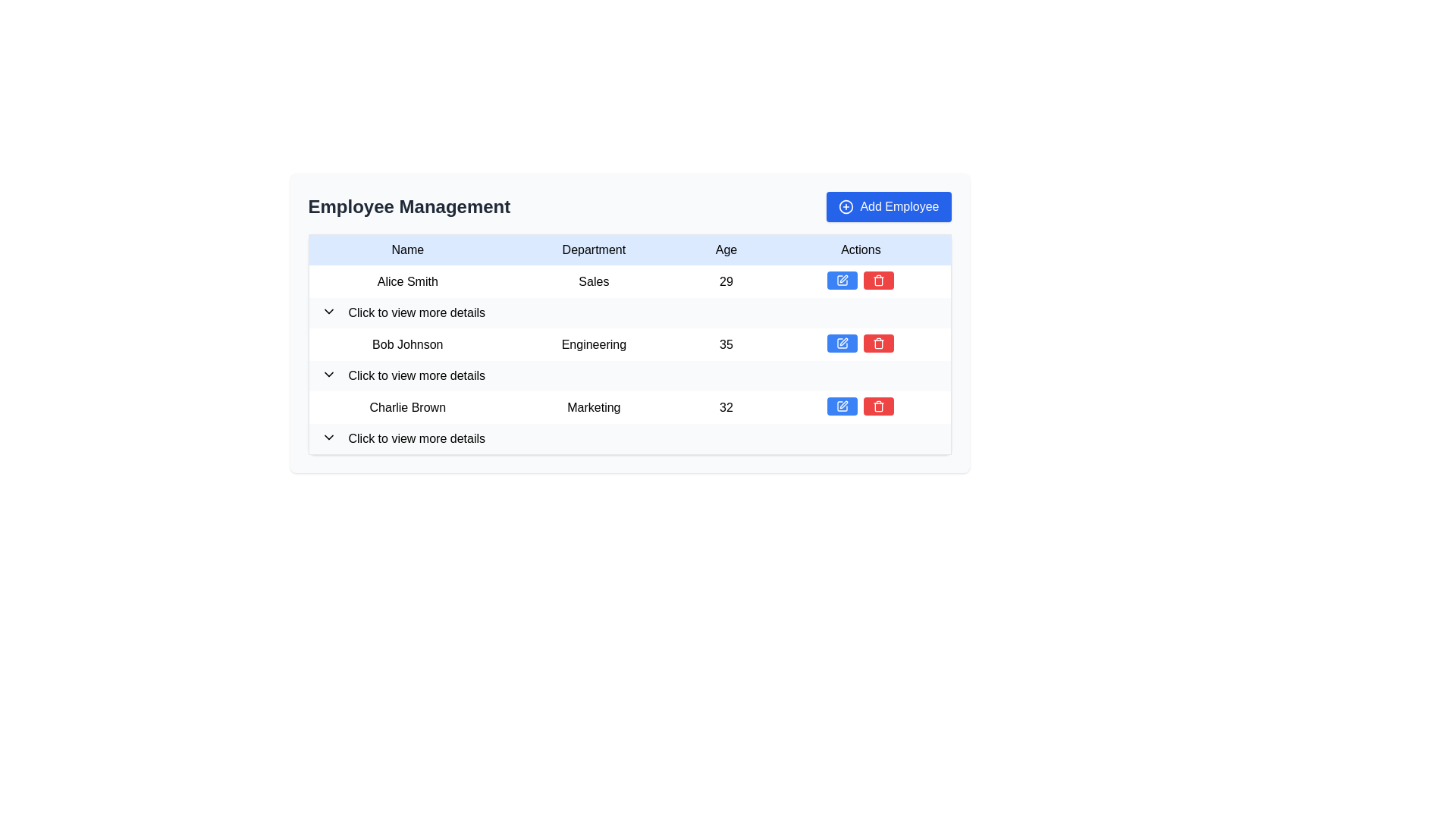 This screenshot has width=1456, height=819. I want to click on the 'Age' text label for the employee Charlie Brown, which is the third item in the row, so click(726, 406).